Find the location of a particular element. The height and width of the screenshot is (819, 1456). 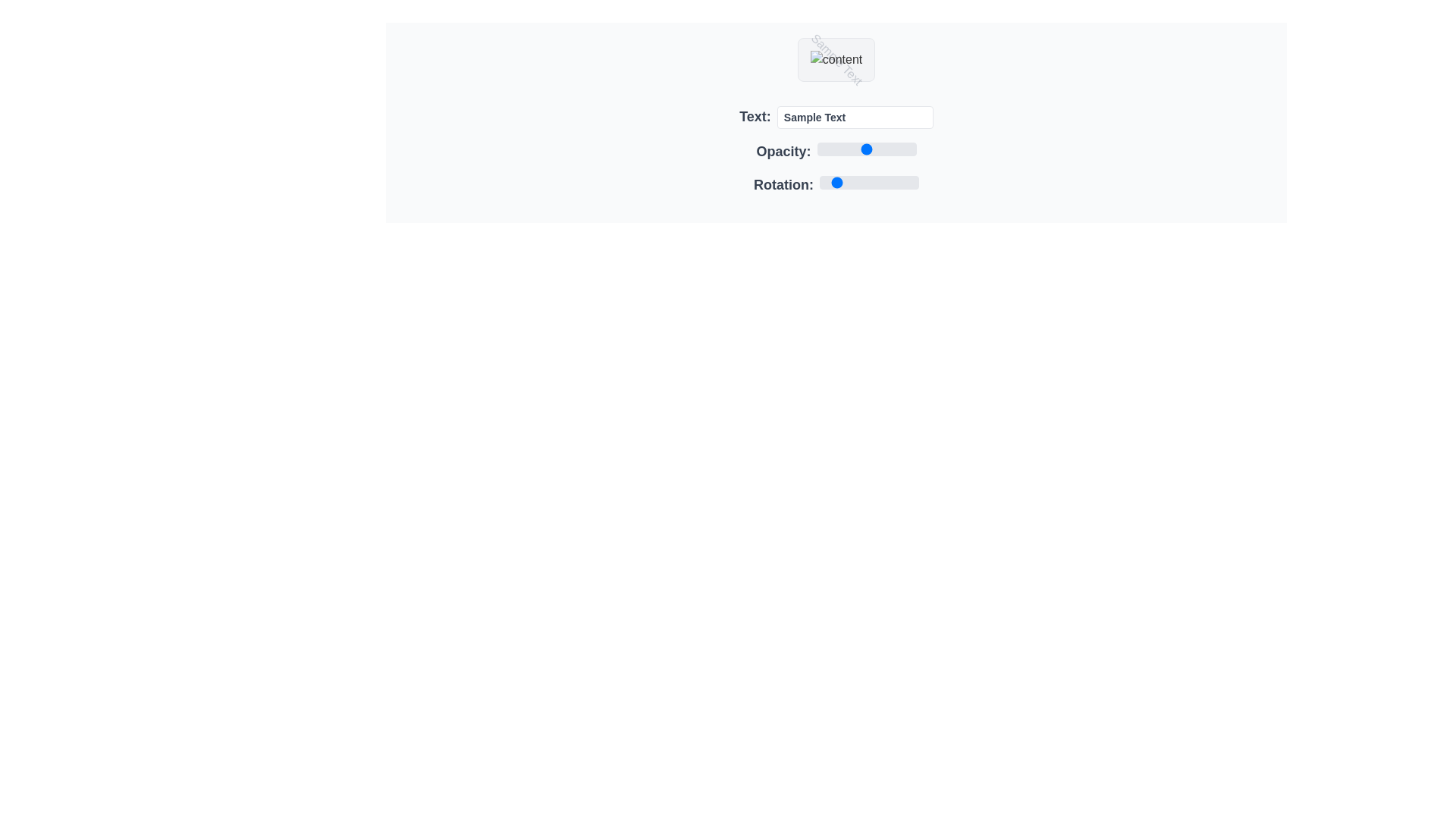

the rotation slider is located at coordinates (858, 181).